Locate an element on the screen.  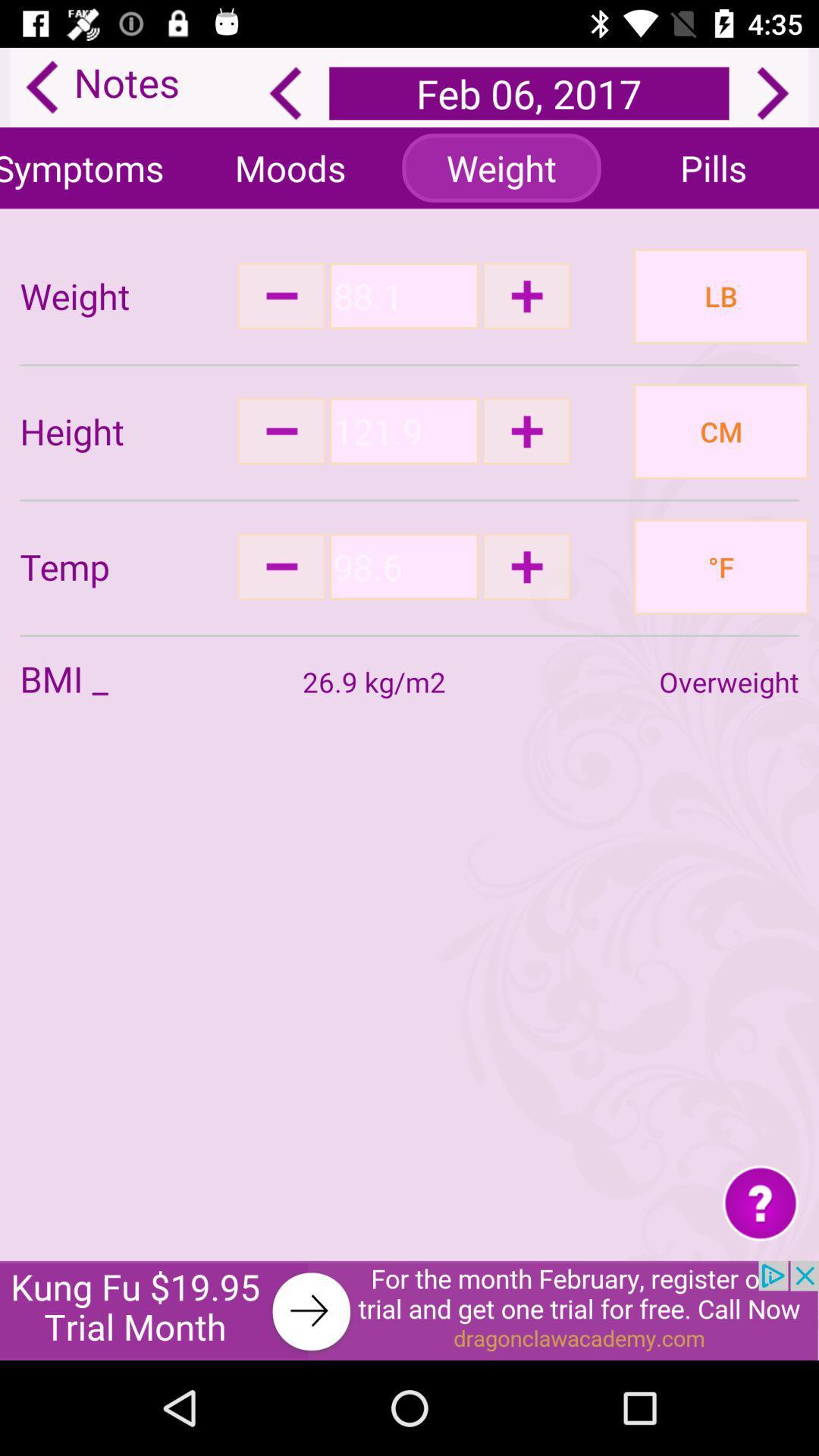
increase is located at coordinates (526, 566).